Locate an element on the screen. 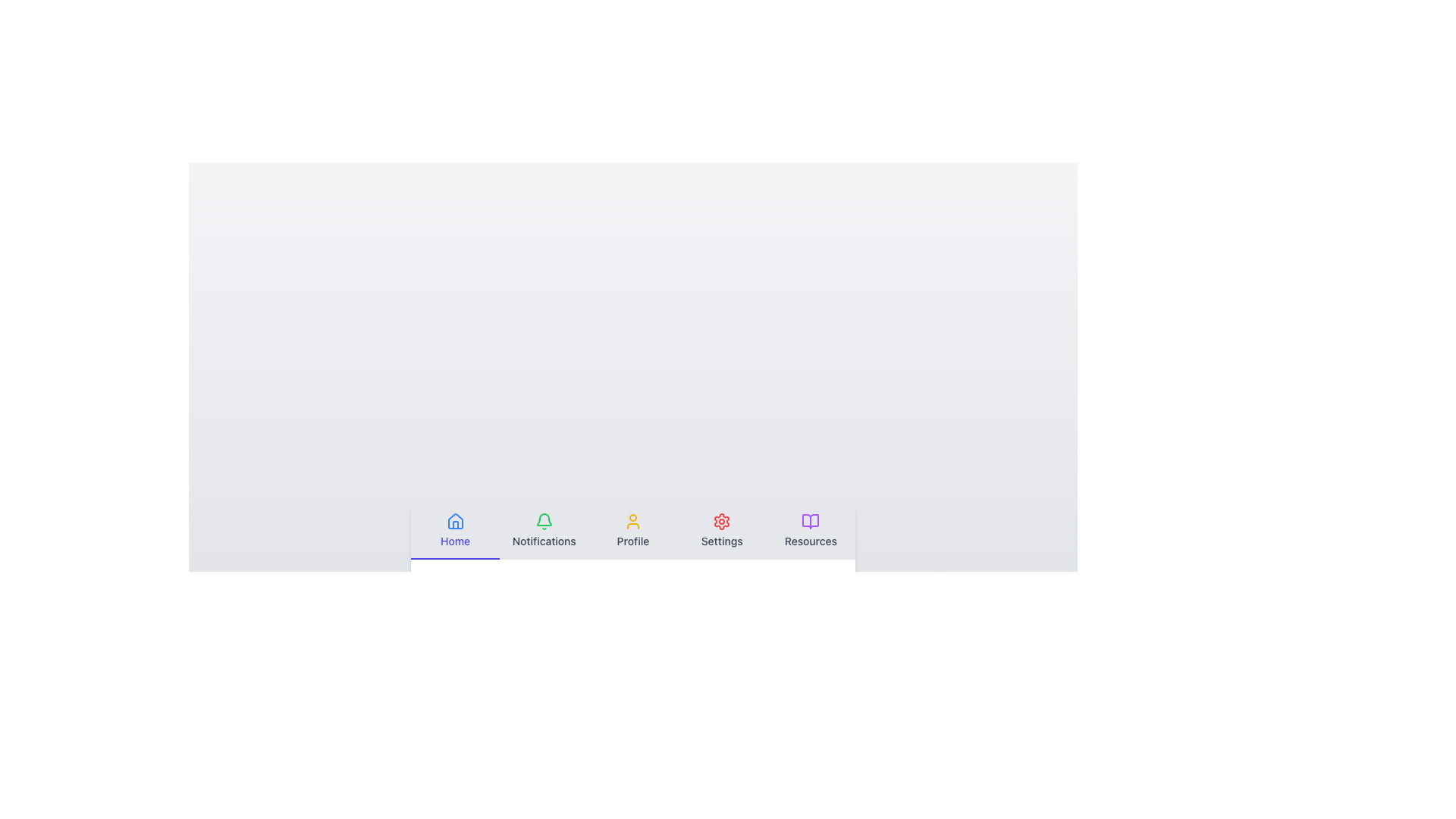 The height and width of the screenshot is (819, 1456). the Navigation tab that is the third tab from the left in the navigation bar, which likely navigates to the profile page or section is located at coordinates (633, 531).